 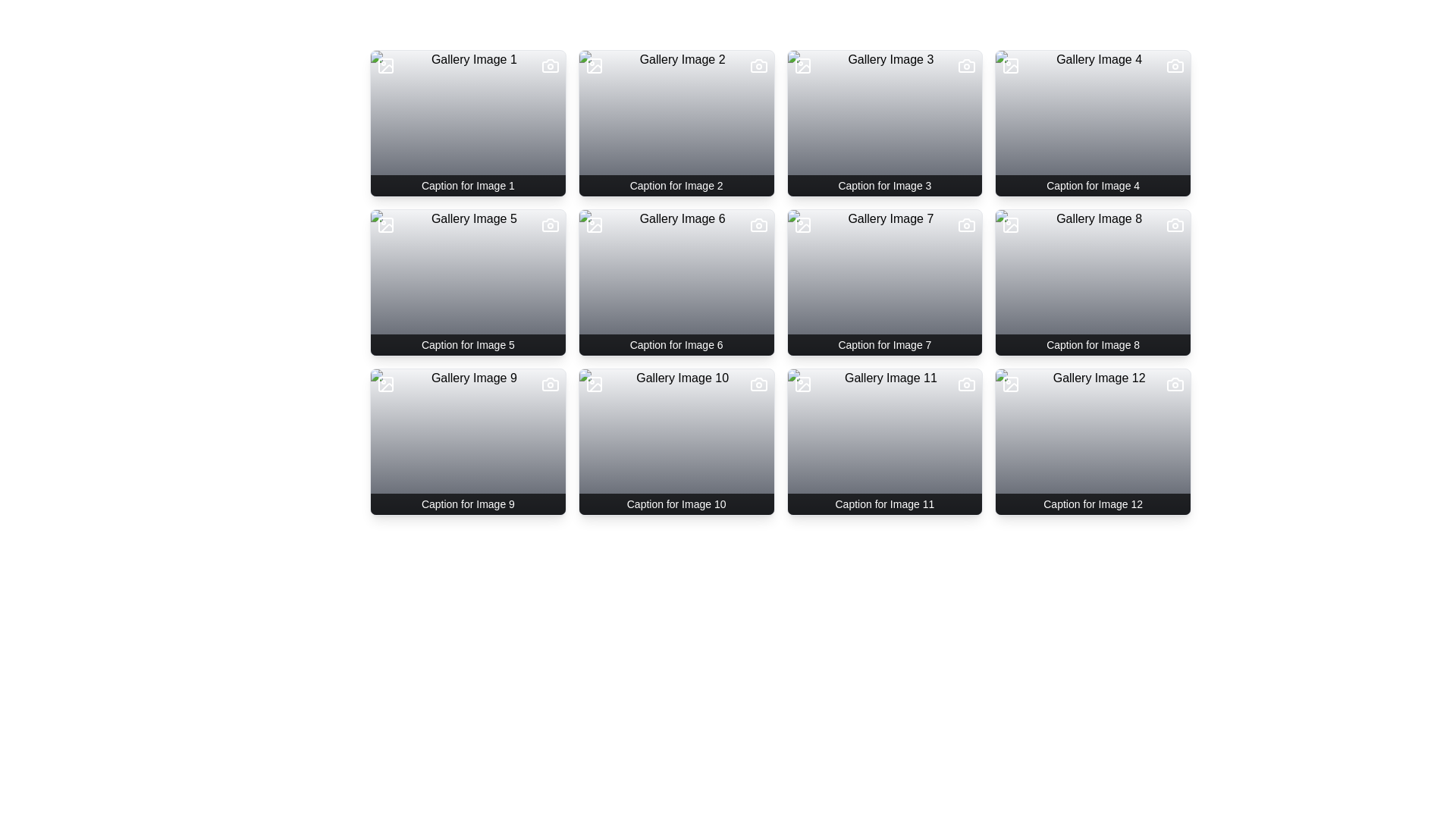 I want to click on the enhanced appearance of the Background gradient overlay located within the 'Gallery Image 8' card in the second row, fourth column of the grid layout, so click(x=1093, y=283).